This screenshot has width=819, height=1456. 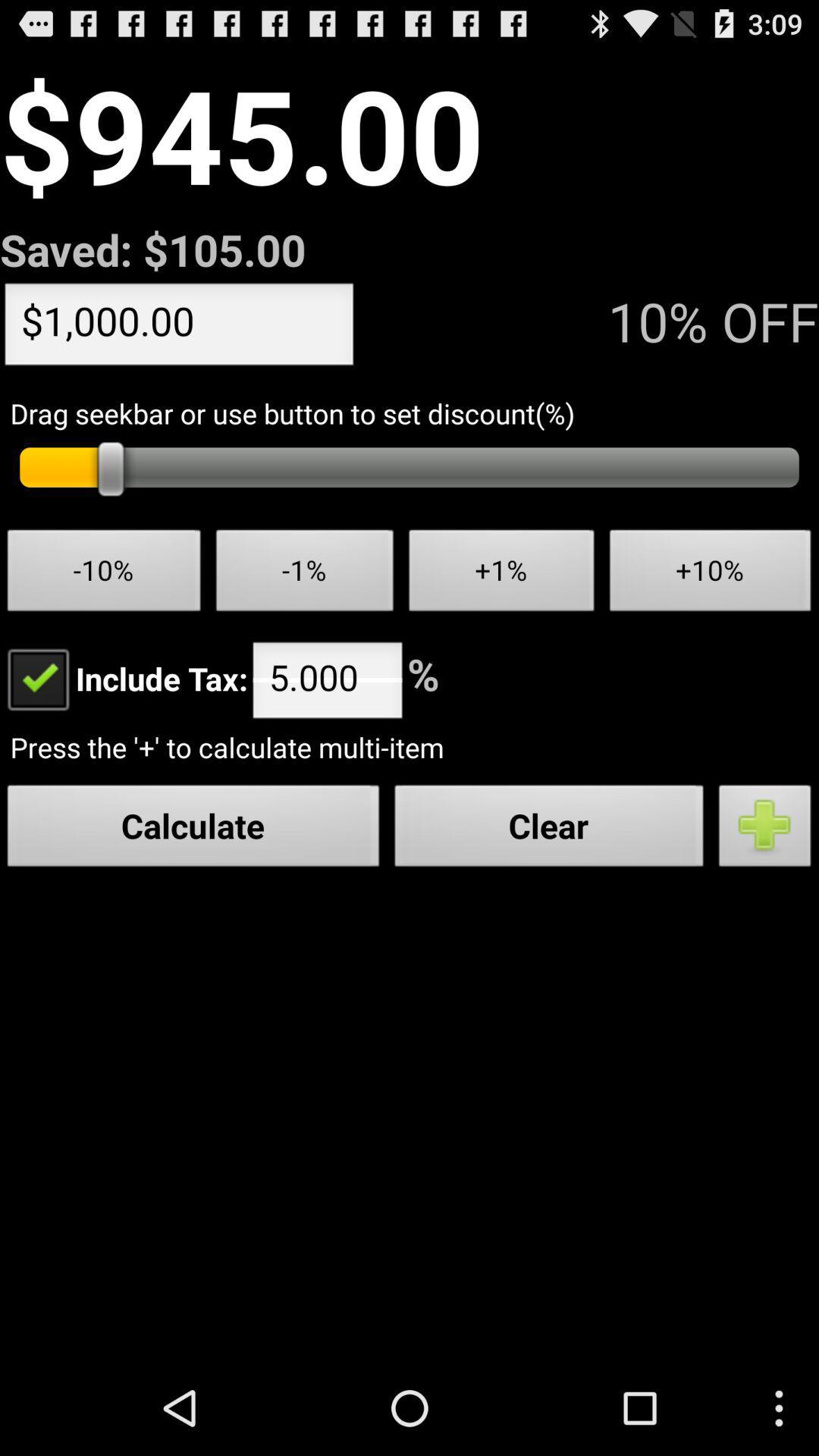 I want to click on the item above drag seekbar or, so click(x=178, y=327).